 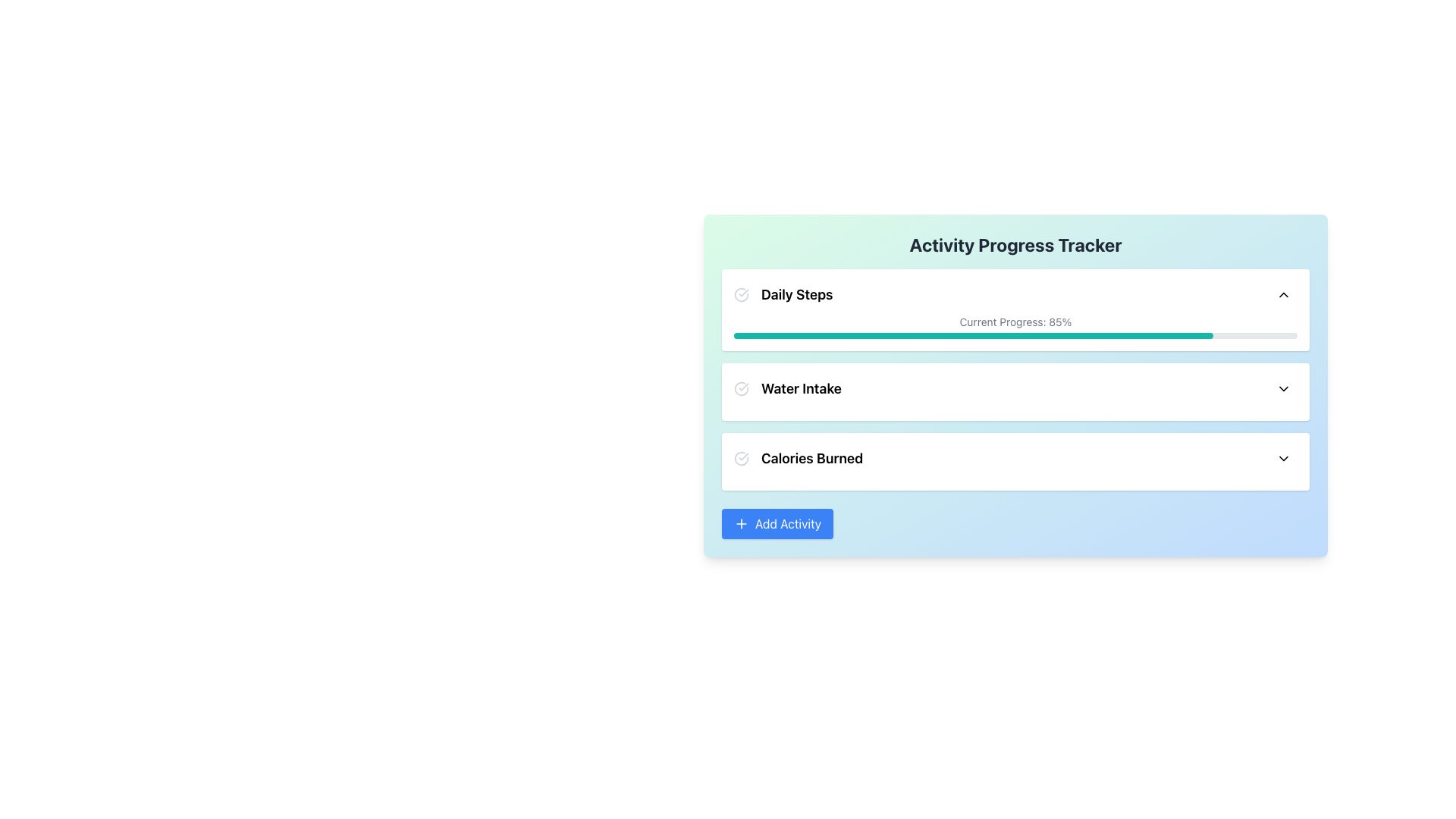 What do you see at coordinates (800, 388) in the screenshot?
I see `the 'Water Intake' text label that serves as a heading for the activity segment, positioned to the right of a circular icon in the second row under the 'Activity Progress Tracker' heading` at bounding box center [800, 388].